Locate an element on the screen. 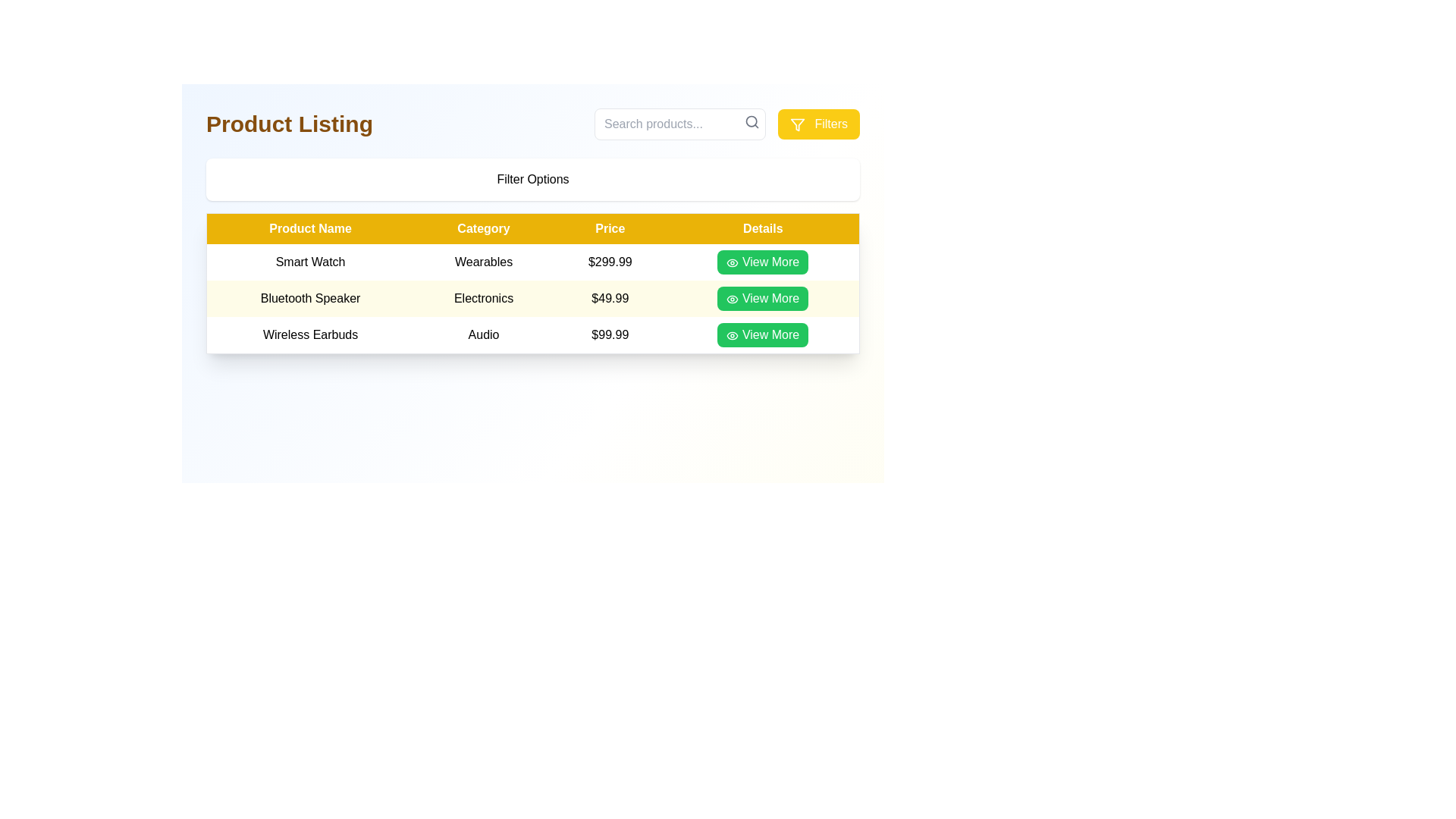 The width and height of the screenshot is (1456, 819). the Interactive Button located in the top-right section of the interface, adjacent to the search bar is located at coordinates (818, 124).